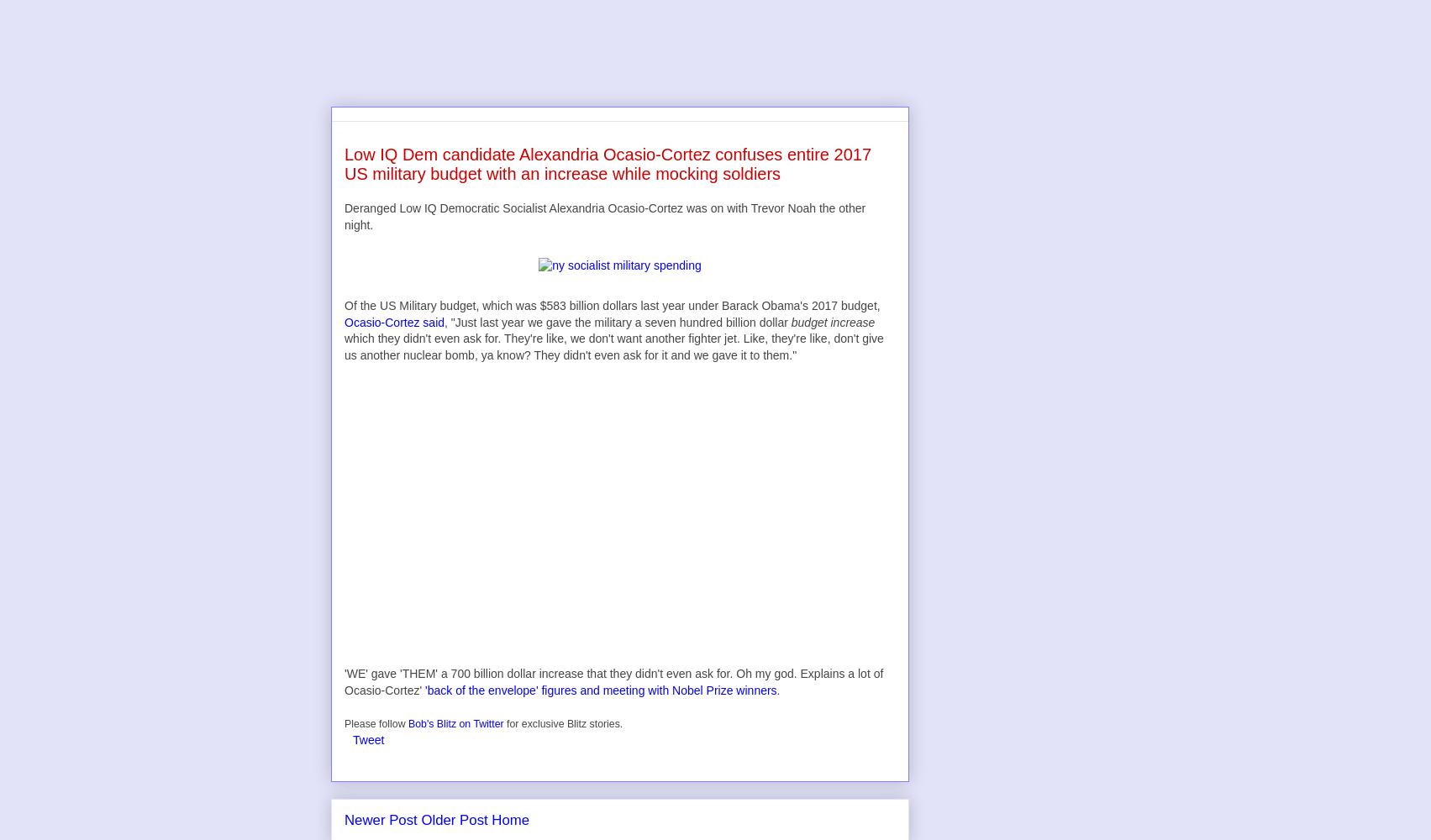 This screenshot has width=1431, height=840. What do you see at coordinates (380, 818) in the screenshot?
I see `'Newer Post'` at bounding box center [380, 818].